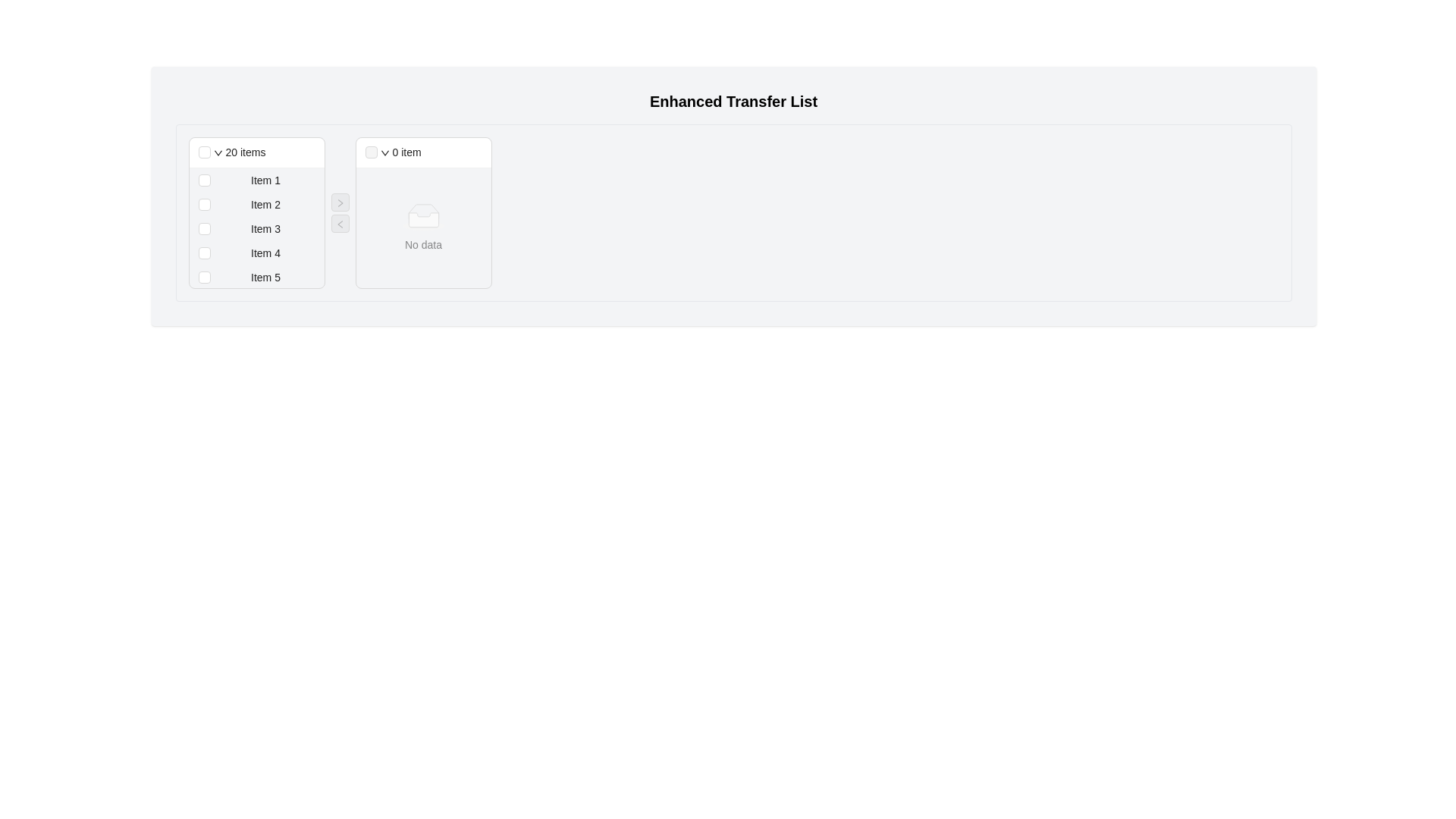 This screenshot has height=819, width=1456. I want to click on the Dropdown toggle icon located in the header section of the left panel of the transfer list UI, so click(217, 153).